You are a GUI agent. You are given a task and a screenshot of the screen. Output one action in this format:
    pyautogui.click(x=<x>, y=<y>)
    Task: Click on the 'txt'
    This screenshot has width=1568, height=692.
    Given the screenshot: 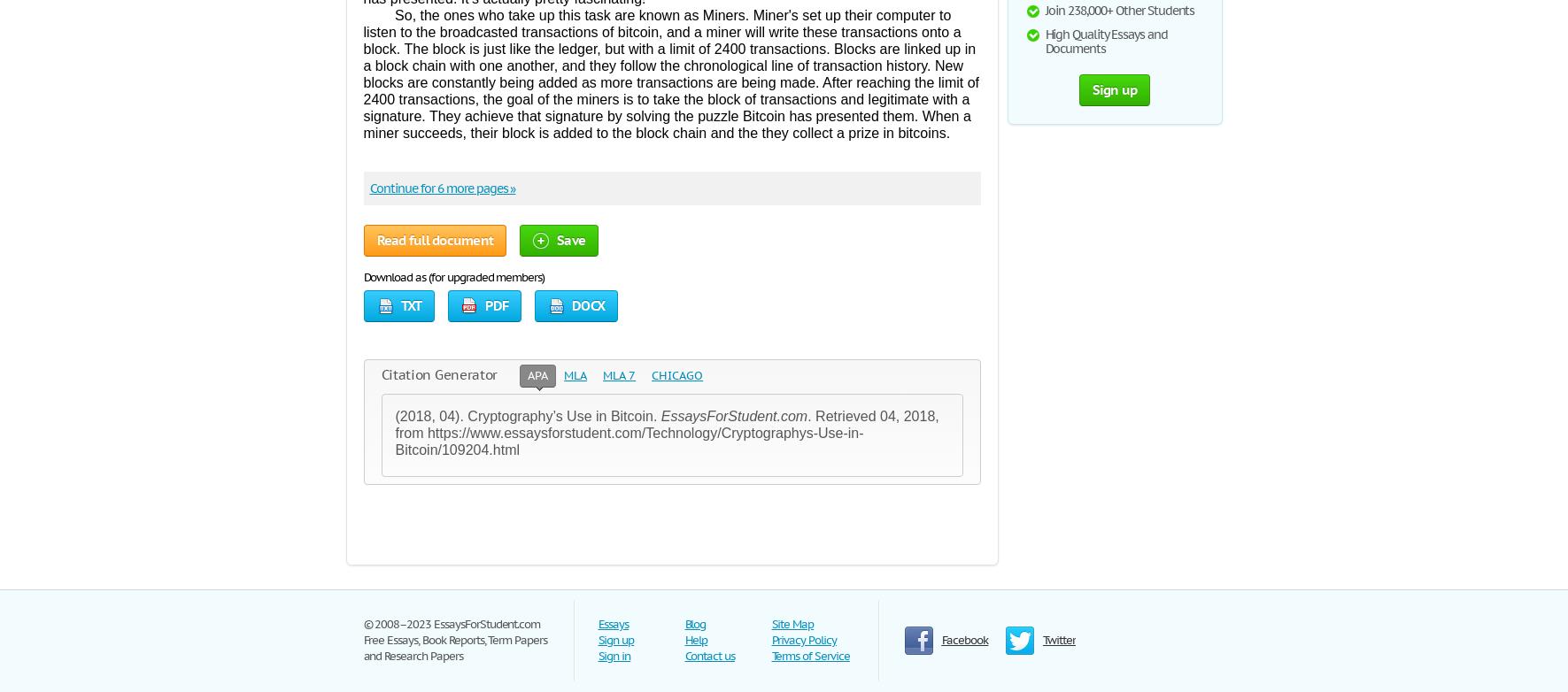 What is the action you would take?
    pyautogui.click(x=399, y=304)
    